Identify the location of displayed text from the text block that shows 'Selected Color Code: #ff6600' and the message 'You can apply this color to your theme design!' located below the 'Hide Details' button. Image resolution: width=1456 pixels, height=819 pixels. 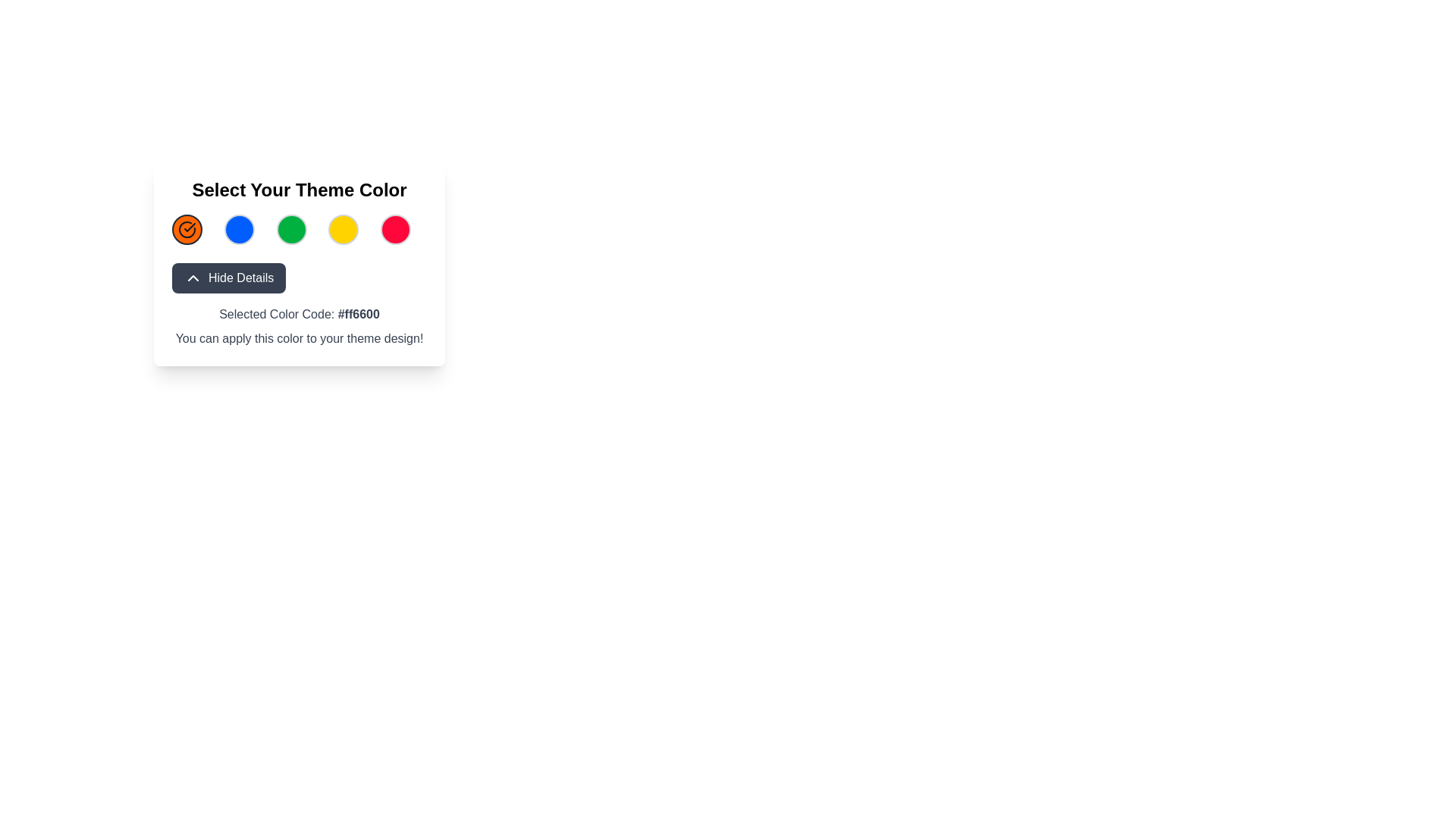
(299, 326).